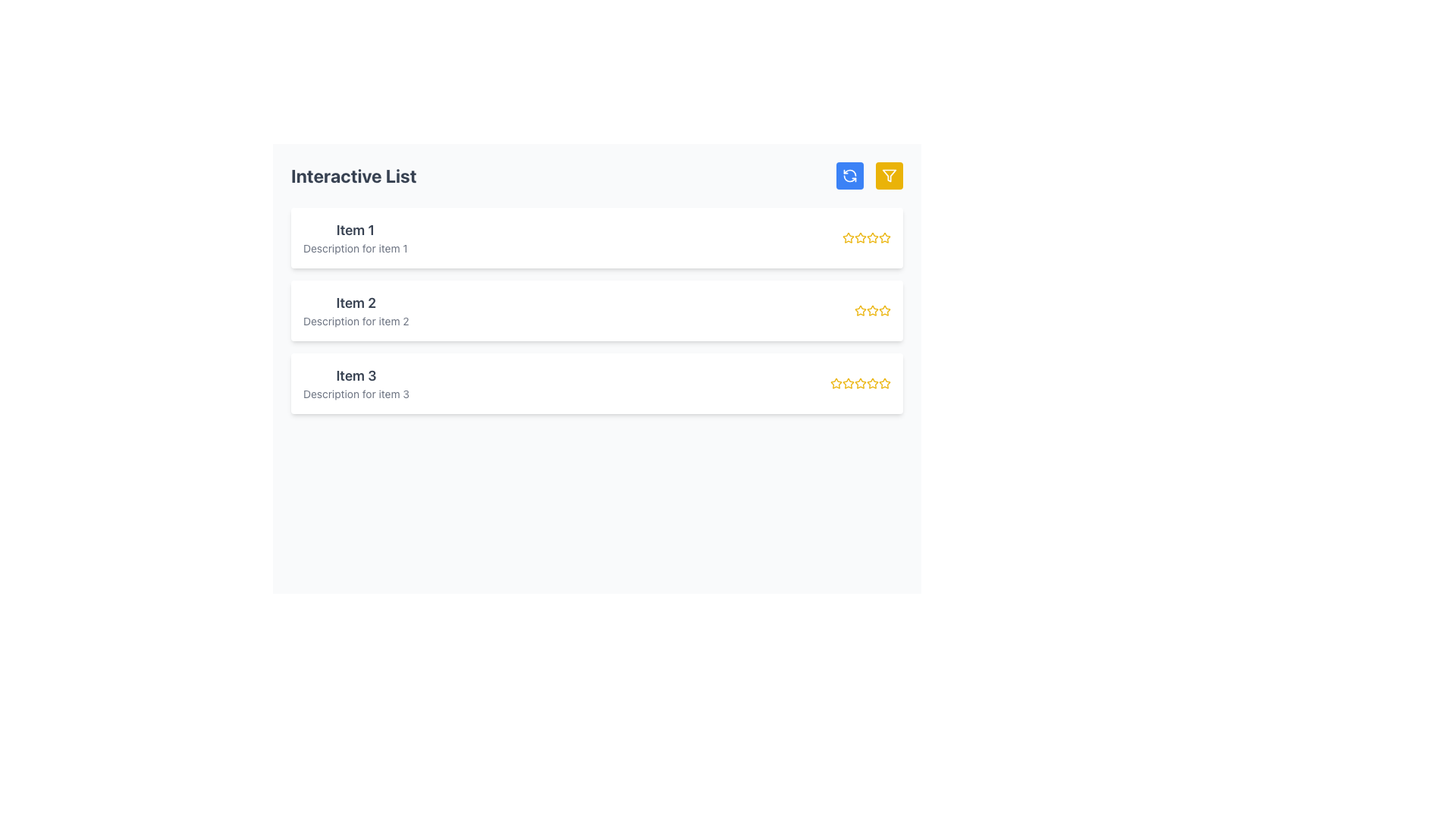  What do you see at coordinates (884, 309) in the screenshot?
I see `the second star icon in the rating section for the second item in the list, which indicates a specific rating selection` at bounding box center [884, 309].